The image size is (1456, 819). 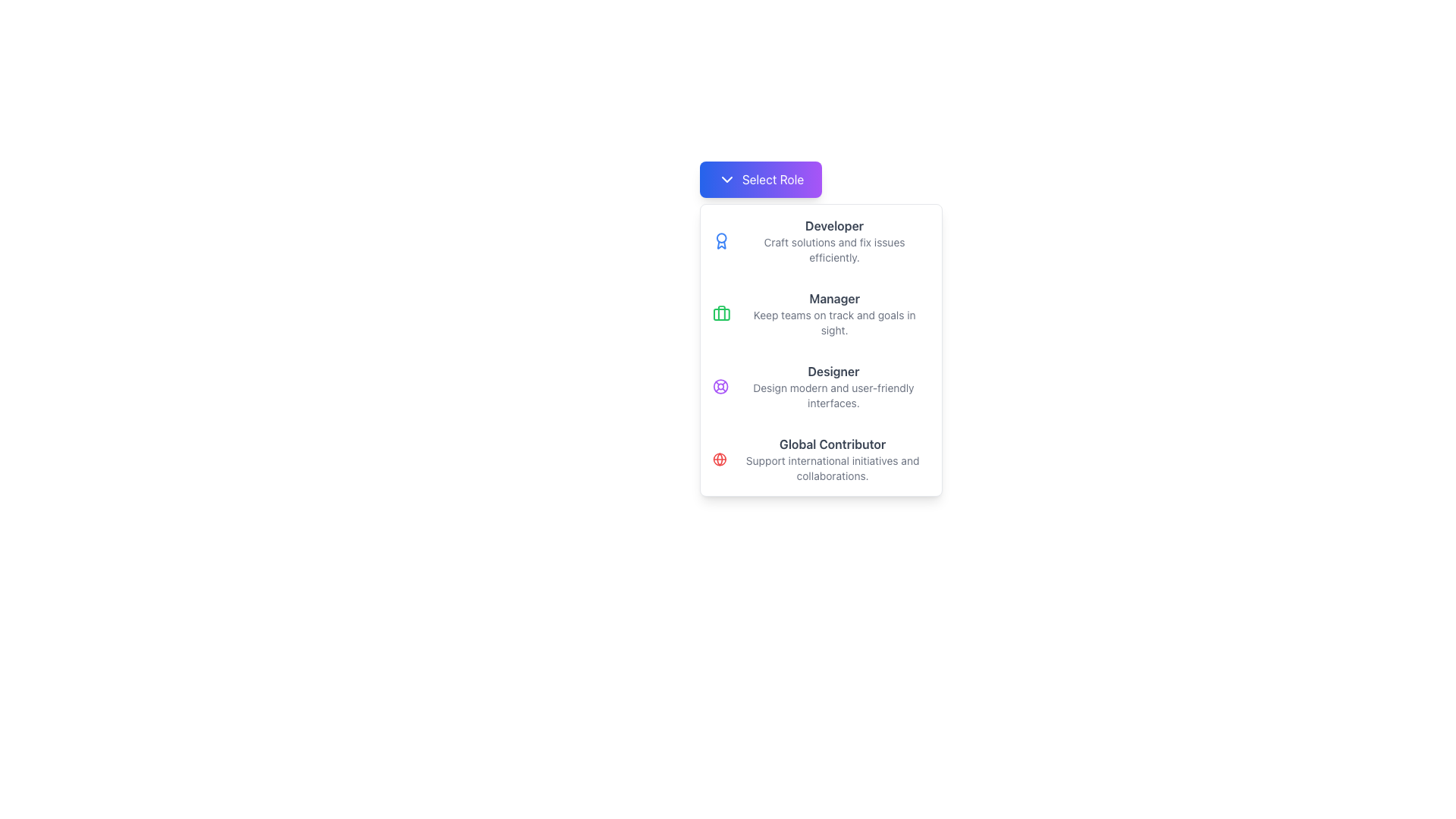 I want to click on the 'Manager' selectable list item in the dropdown menu, so click(x=820, y=312).